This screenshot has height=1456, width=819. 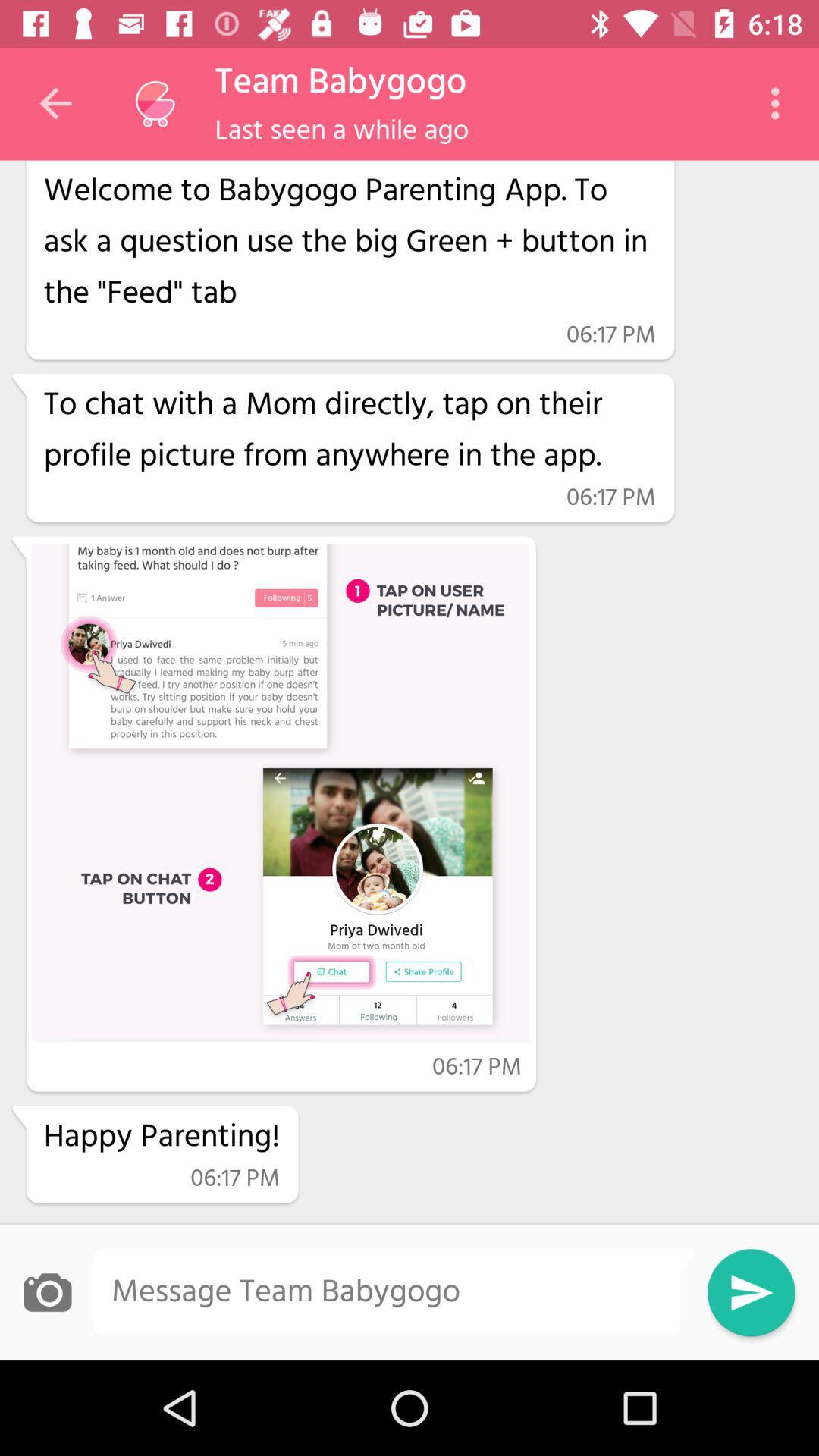 What do you see at coordinates (55, 102) in the screenshot?
I see `the item above the hi app crawler item` at bounding box center [55, 102].